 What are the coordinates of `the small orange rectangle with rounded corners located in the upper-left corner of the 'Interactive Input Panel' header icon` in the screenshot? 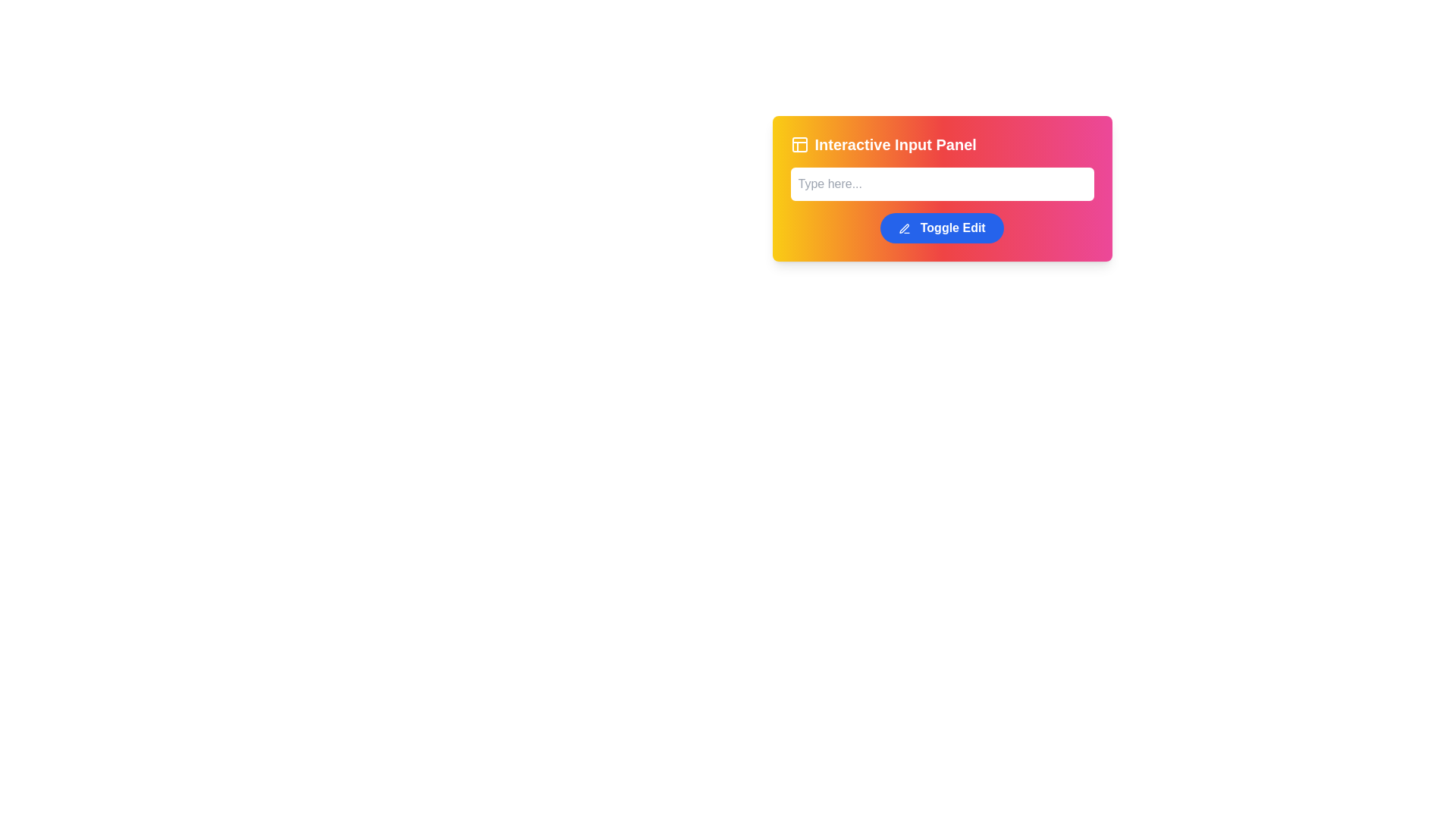 It's located at (799, 145).